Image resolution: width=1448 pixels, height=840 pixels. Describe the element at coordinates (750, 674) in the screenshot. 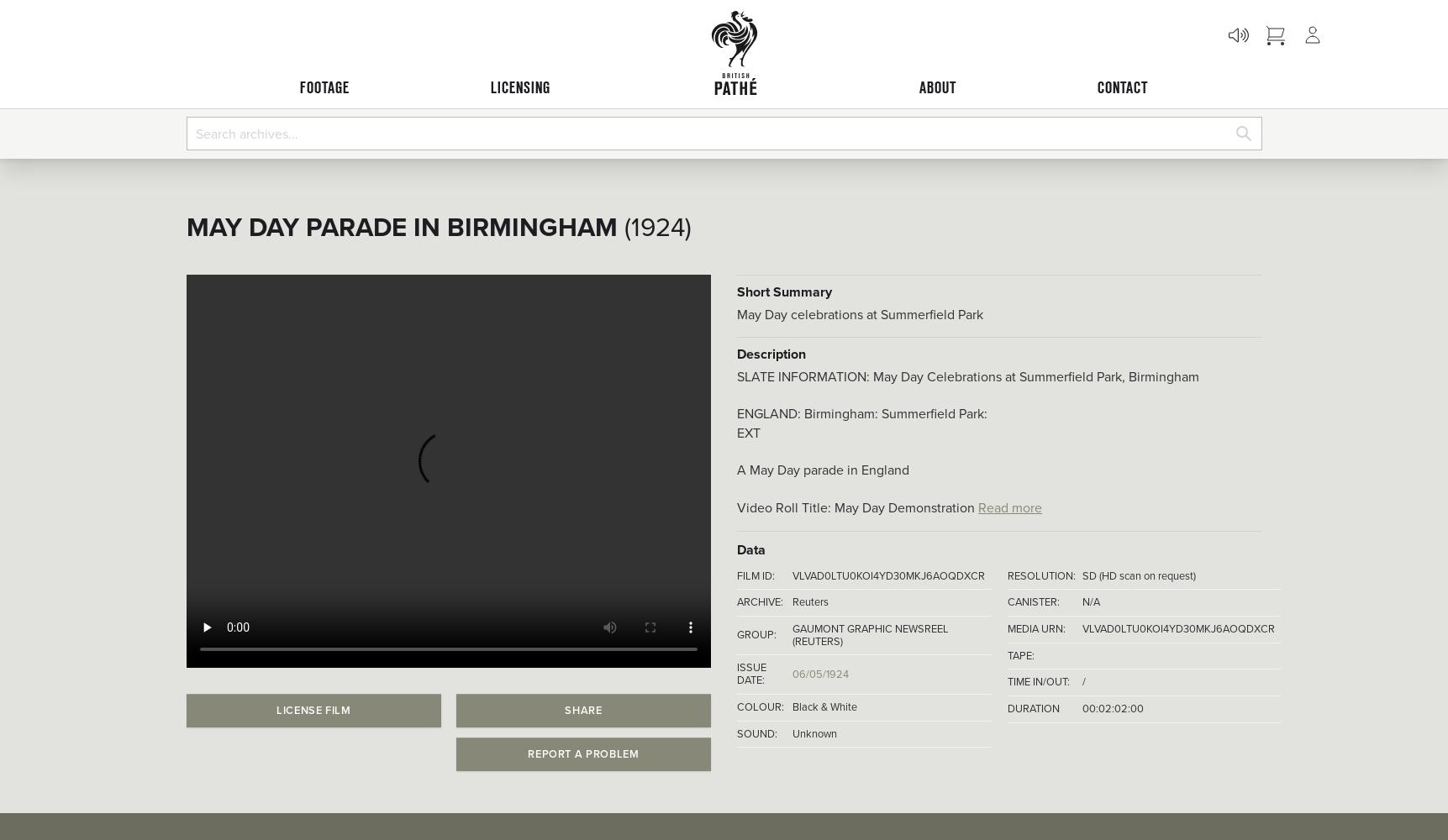

I see `'Issue Date:'` at that location.